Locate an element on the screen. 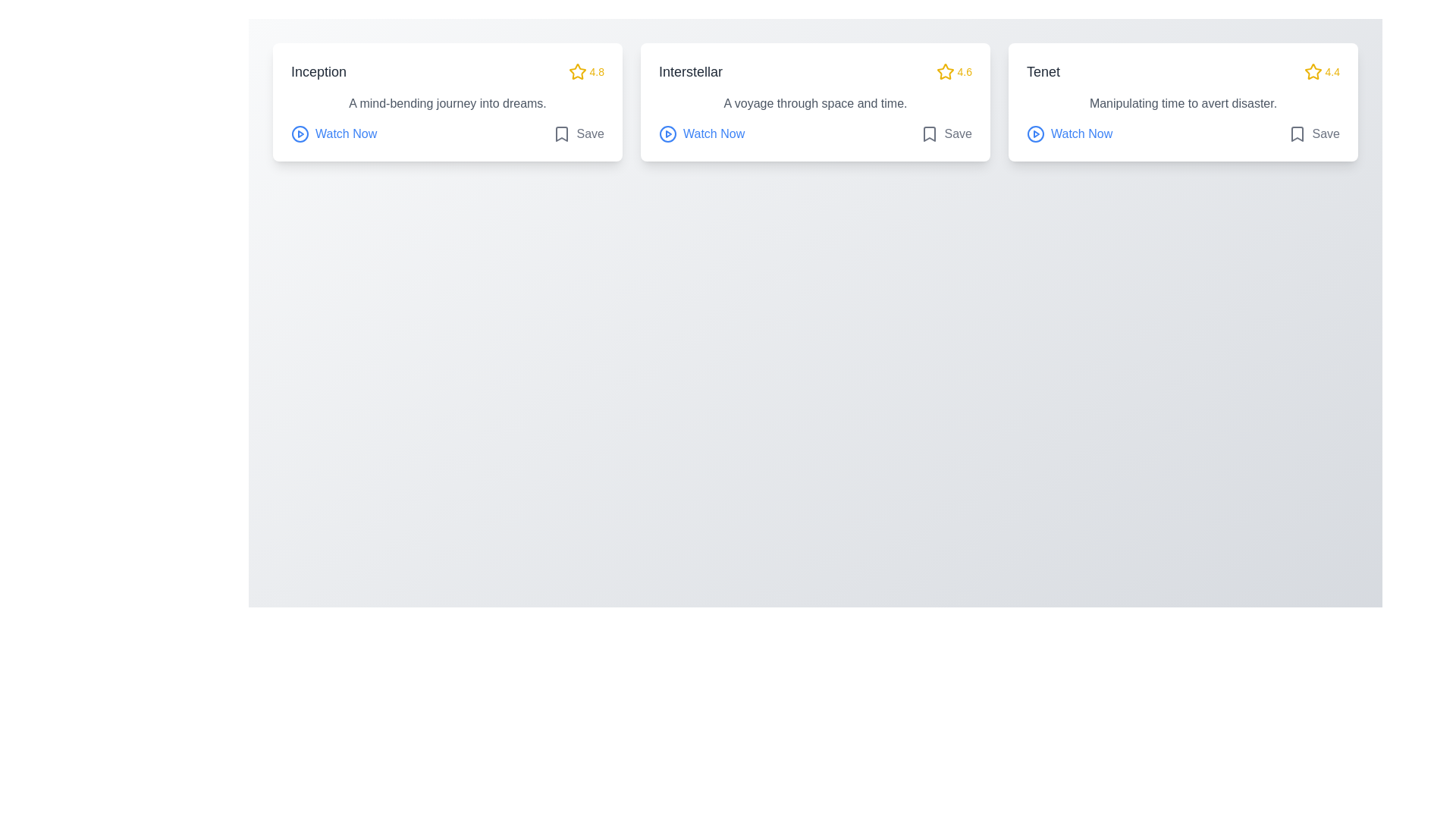 Image resolution: width=1456 pixels, height=819 pixels. the circular play icon with a blue outline and white triangle, located within the 'Watch Now' button for the movie 'Tenet' is located at coordinates (1035, 133).